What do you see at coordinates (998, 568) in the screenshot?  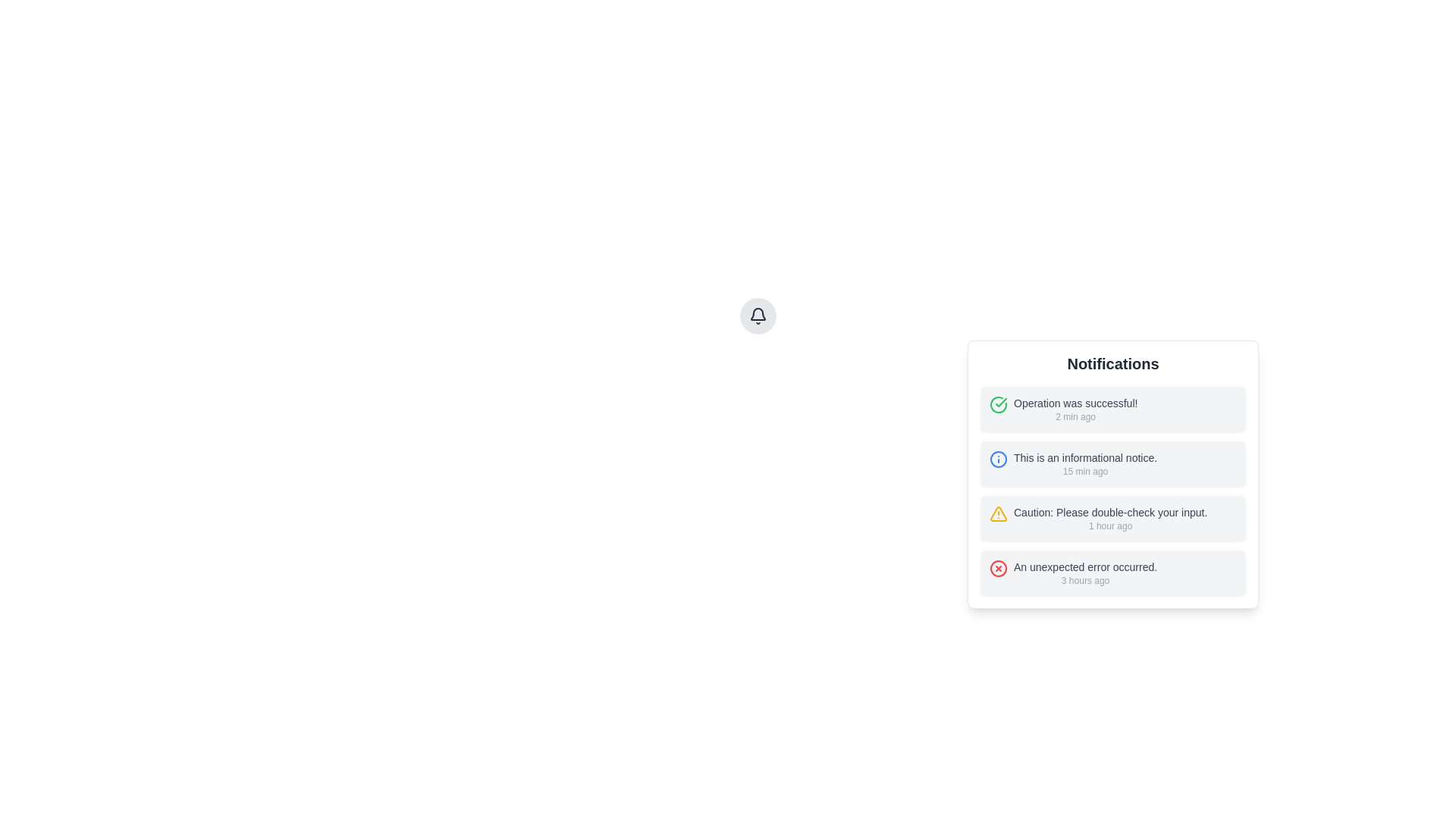 I see `the SVG Circle Element that serves as a decorative or structural component within the cross mark icon, positioned at the center of the cross's bounding box` at bounding box center [998, 568].